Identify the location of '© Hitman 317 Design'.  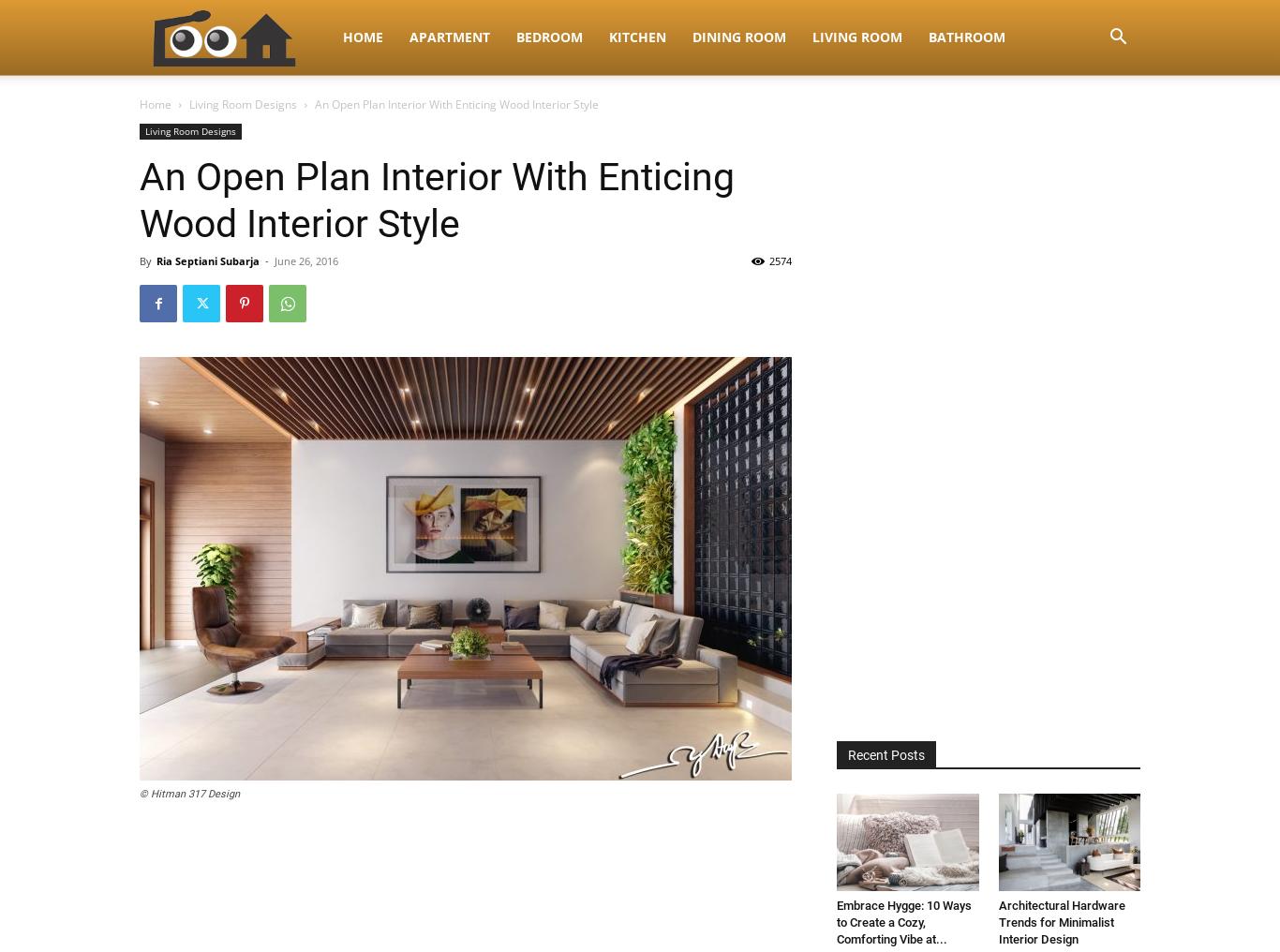
(188, 794).